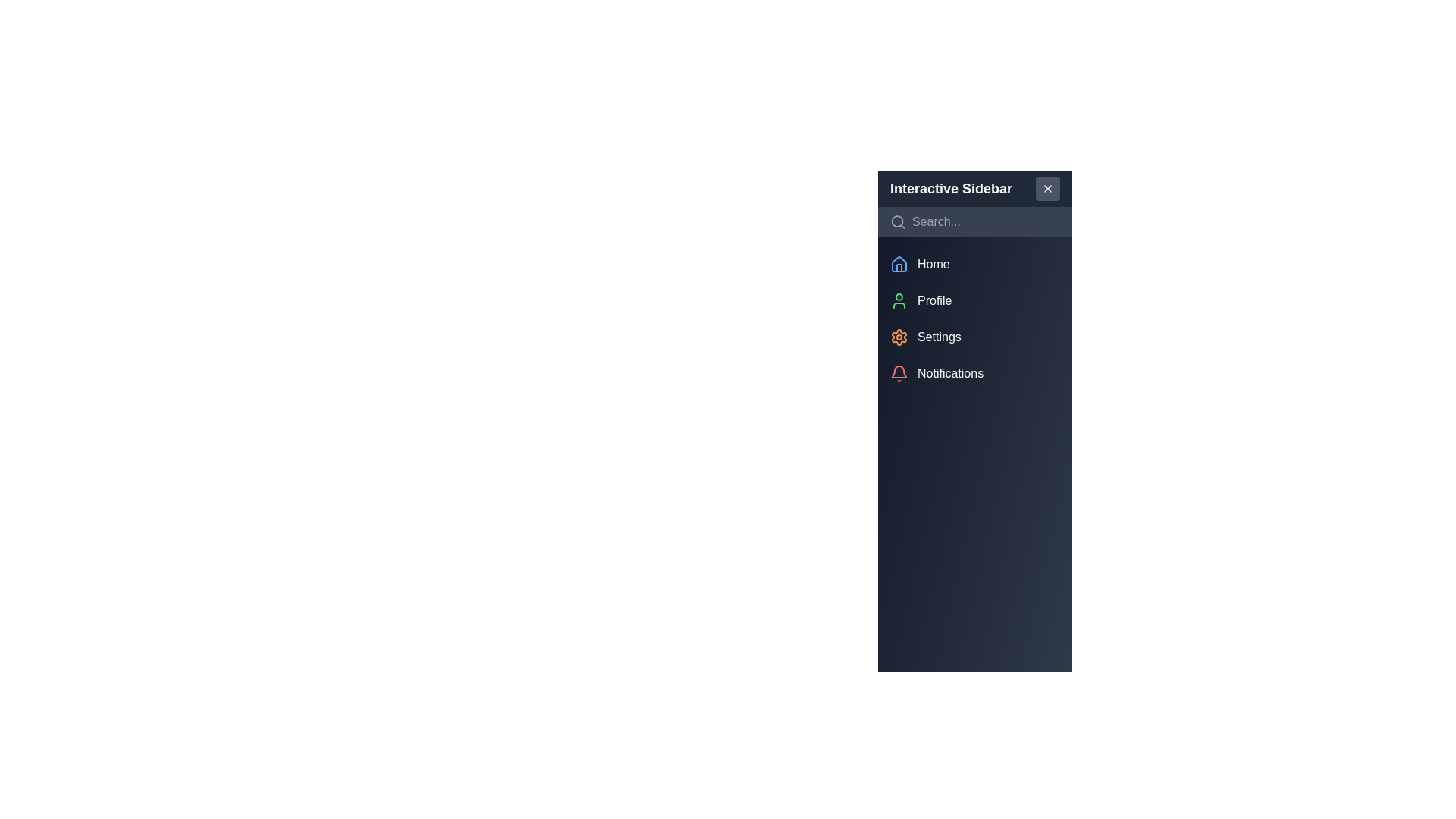 This screenshot has height=819, width=1456. Describe the element at coordinates (975, 374) in the screenshot. I see `the fourth navigation link in the sidebar menu that leads to the 'Notifications' section` at that location.